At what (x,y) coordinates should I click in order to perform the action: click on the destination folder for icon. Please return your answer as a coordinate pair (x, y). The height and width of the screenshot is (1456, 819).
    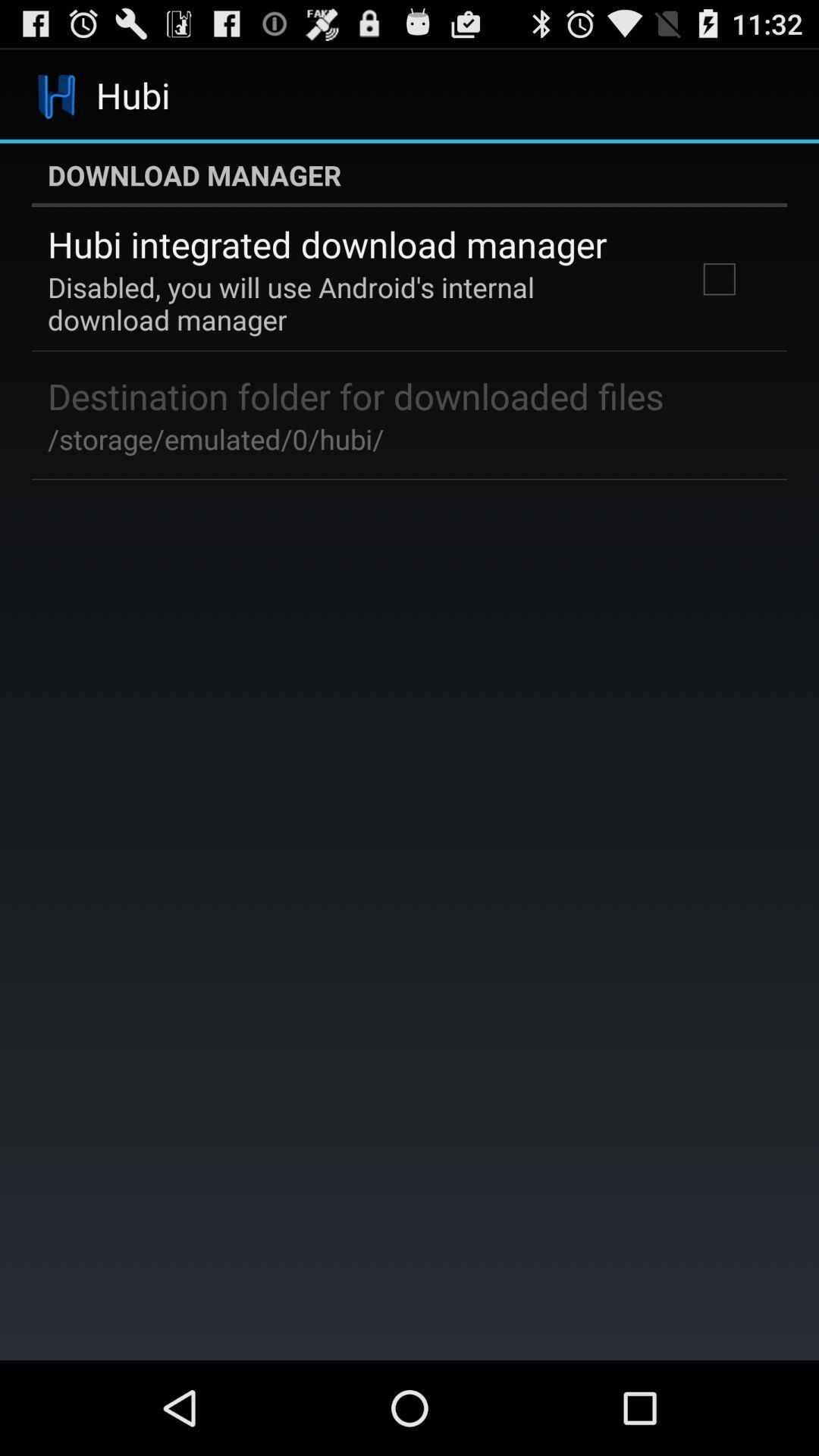
    Looking at the image, I should click on (356, 396).